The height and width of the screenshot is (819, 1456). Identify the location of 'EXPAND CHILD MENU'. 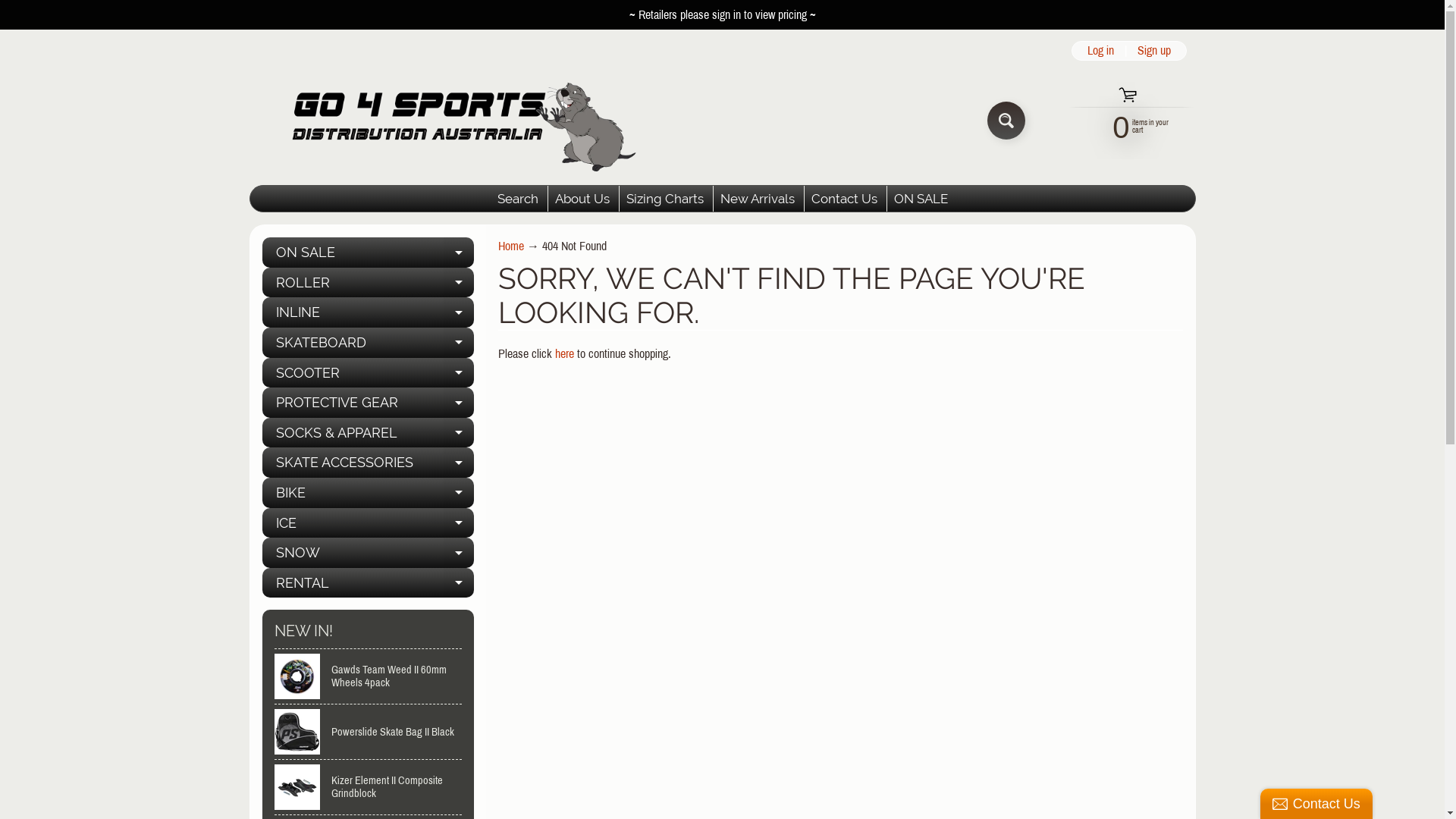
(457, 522).